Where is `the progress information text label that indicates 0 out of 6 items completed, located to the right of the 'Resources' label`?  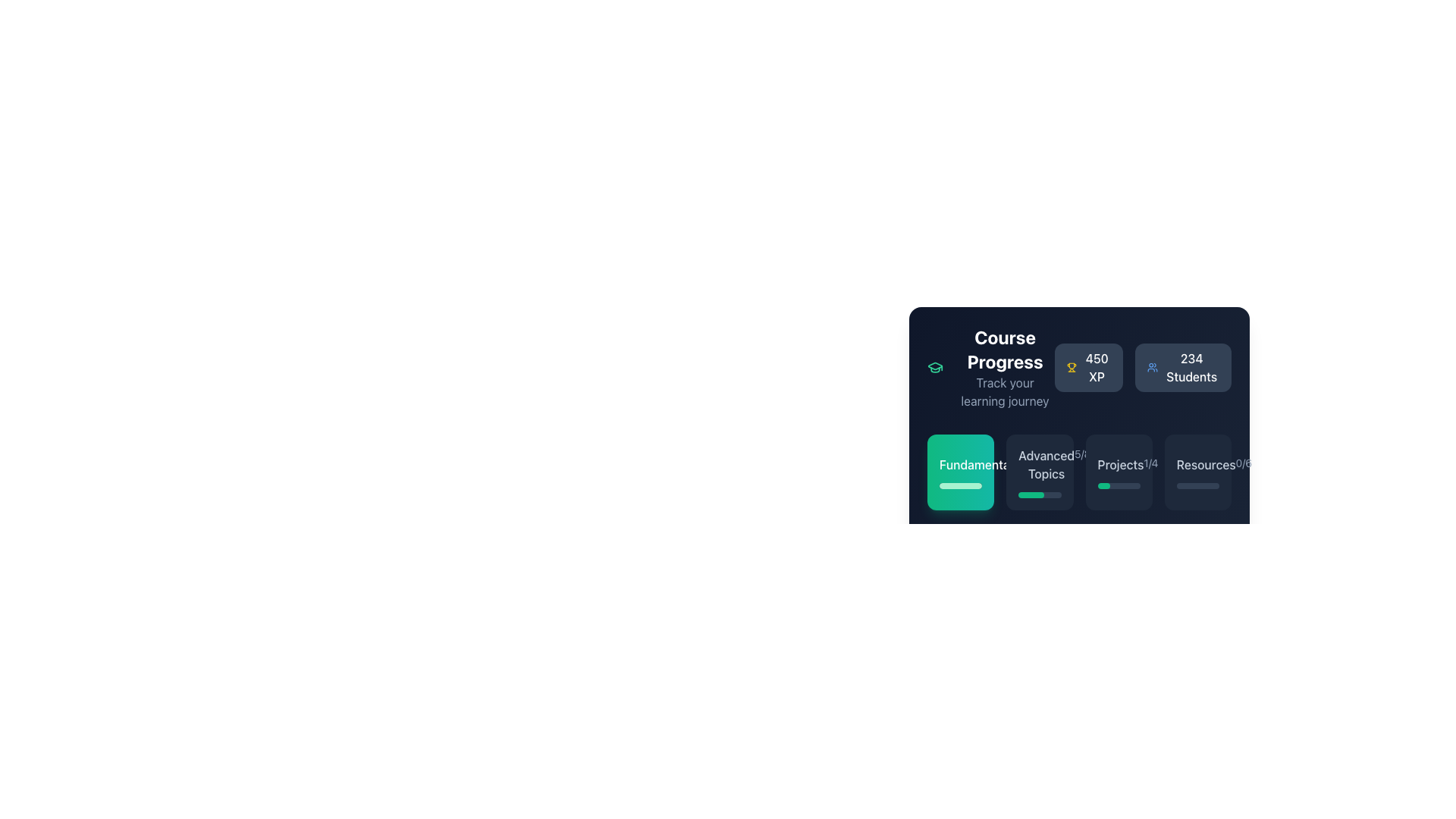 the progress information text label that indicates 0 out of 6 items completed, located to the right of the 'Resources' label is located at coordinates (1244, 462).